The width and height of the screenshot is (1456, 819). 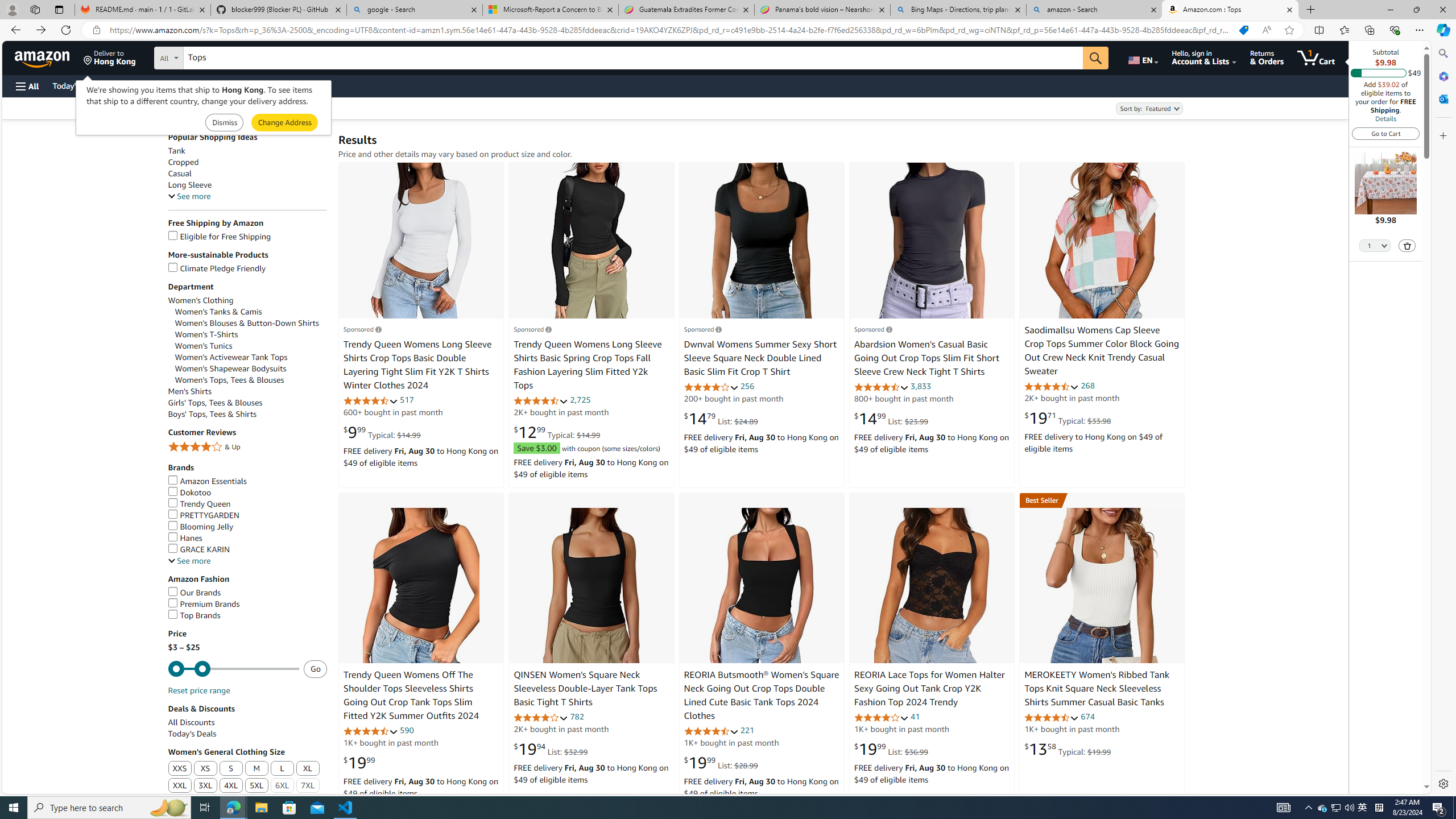 I want to click on 'Women', so click(x=230, y=368).